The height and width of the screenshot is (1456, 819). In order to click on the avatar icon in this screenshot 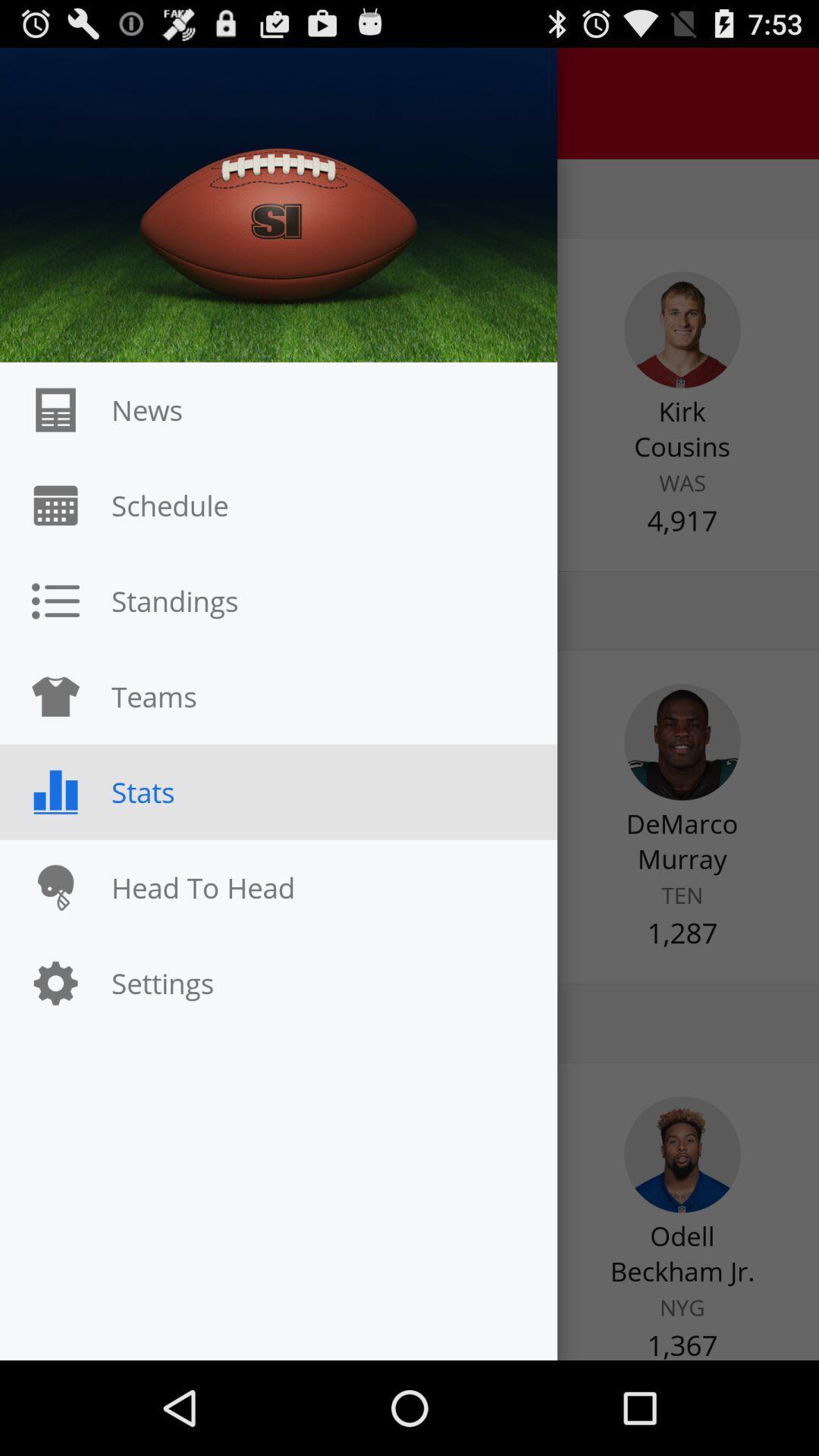, I will do `click(681, 352)`.